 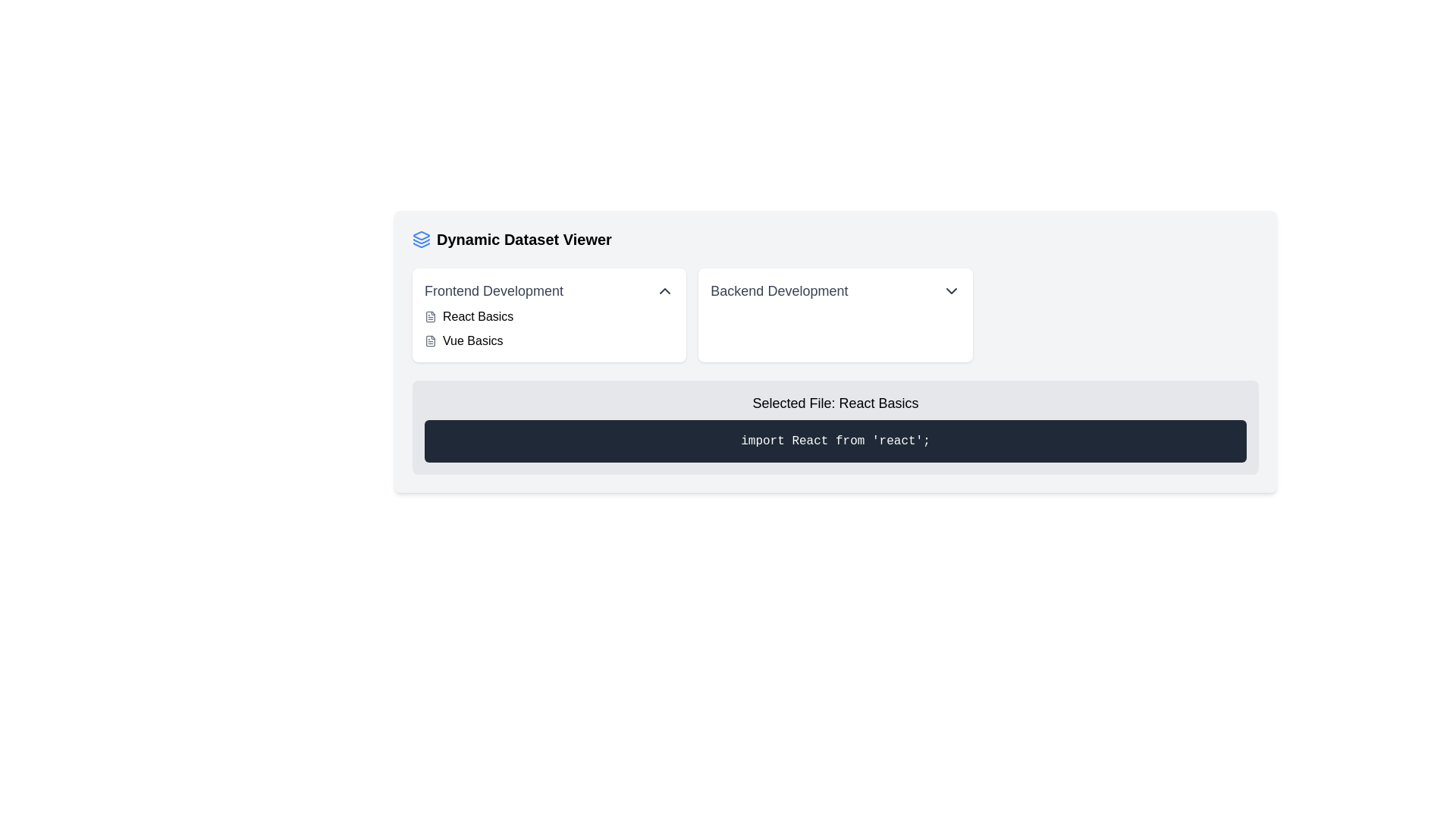 What do you see at coordinates (422, 236) in the screenshot?
I see `the first triangle of the vertical stack representing 'layers' in the navigation panel` at bounding box center [422, 236].